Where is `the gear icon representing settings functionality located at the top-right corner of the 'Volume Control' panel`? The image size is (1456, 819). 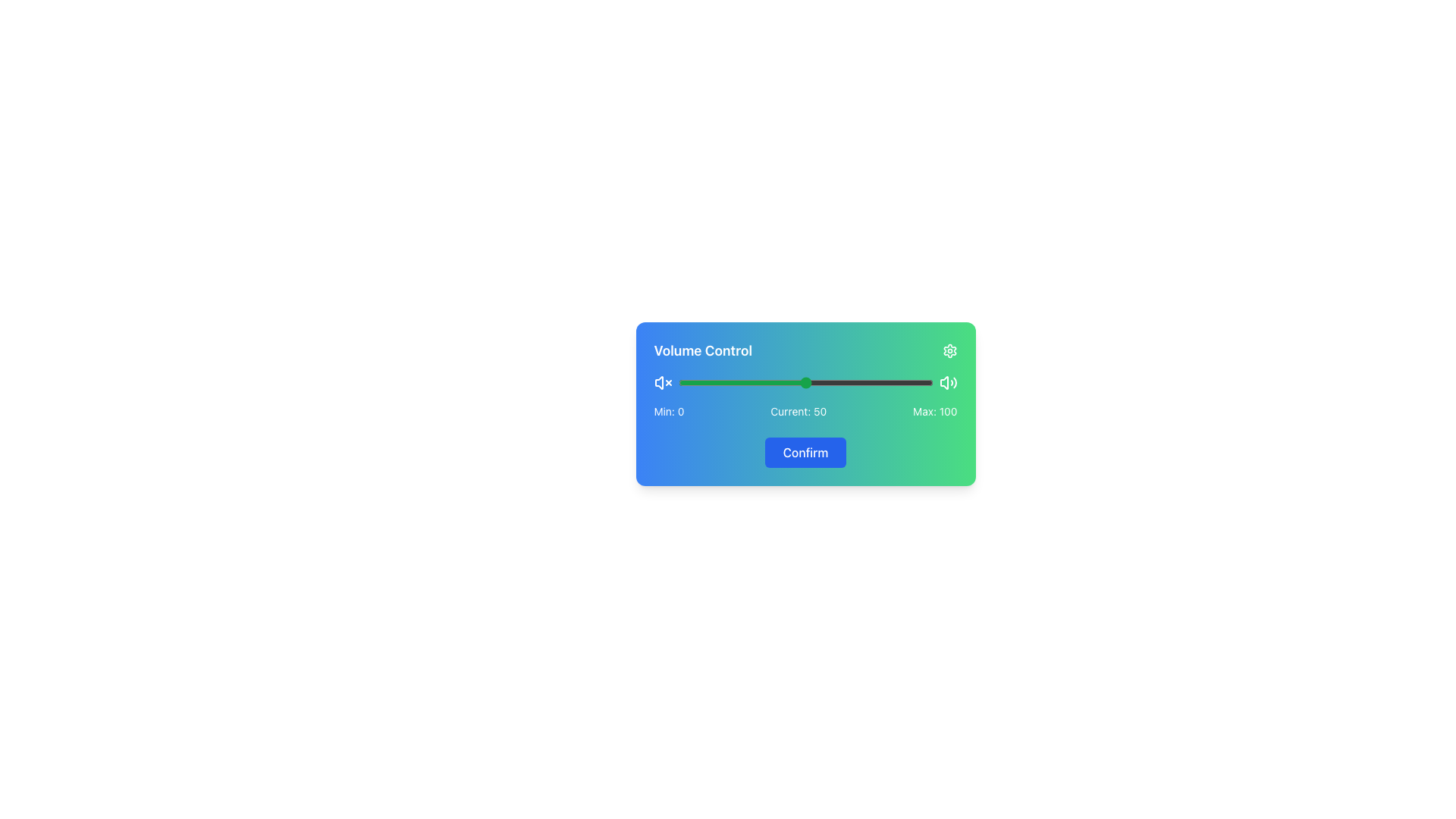 the gear icon representing settings functionality located at the top-right corner of the 'Volume Control' panel is located at coordinates (949, 350).